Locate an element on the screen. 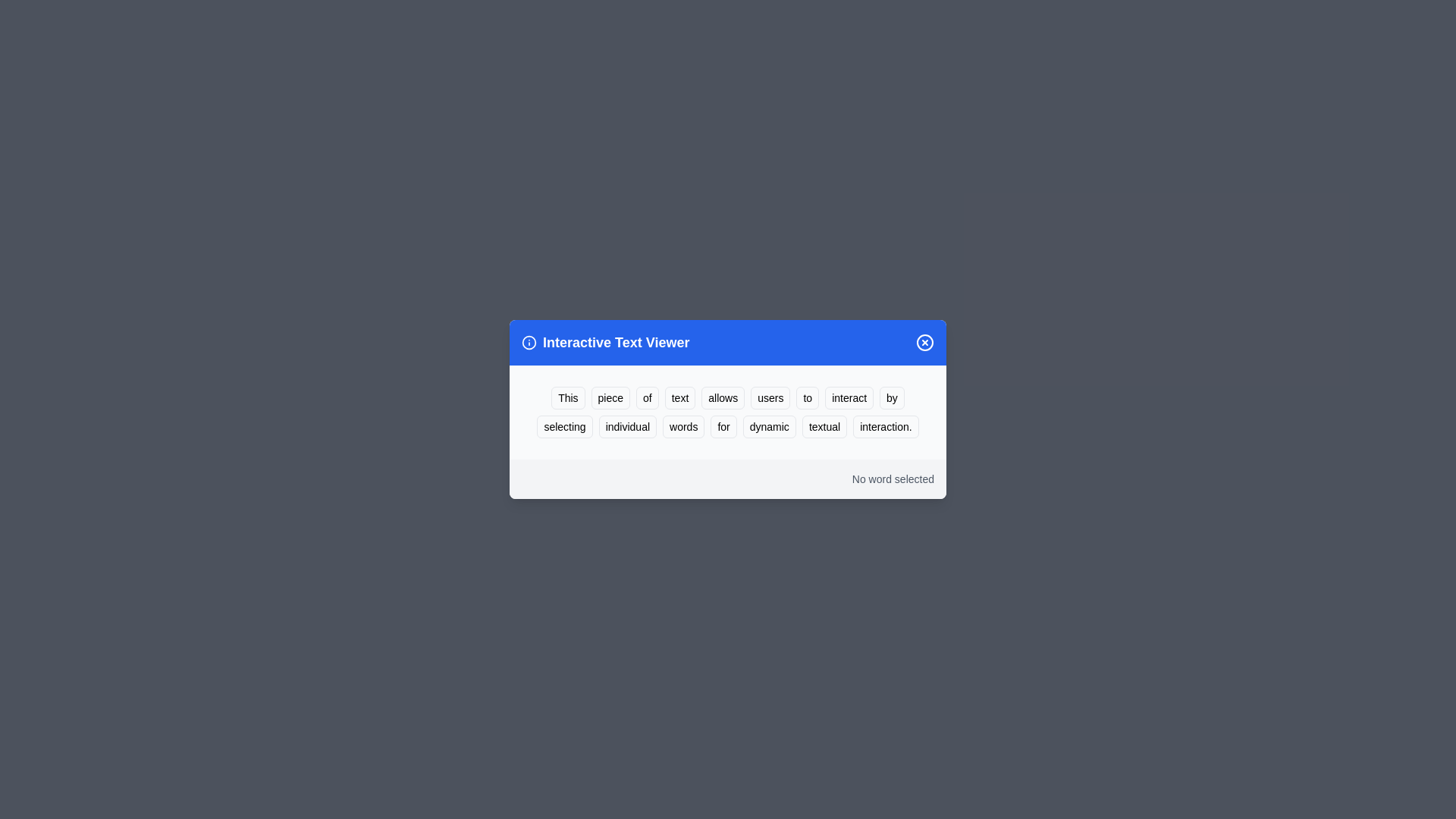 This screenshot has height=819, width=1456. the word 'piece' to highlight it is located at coordinates (610, 397).